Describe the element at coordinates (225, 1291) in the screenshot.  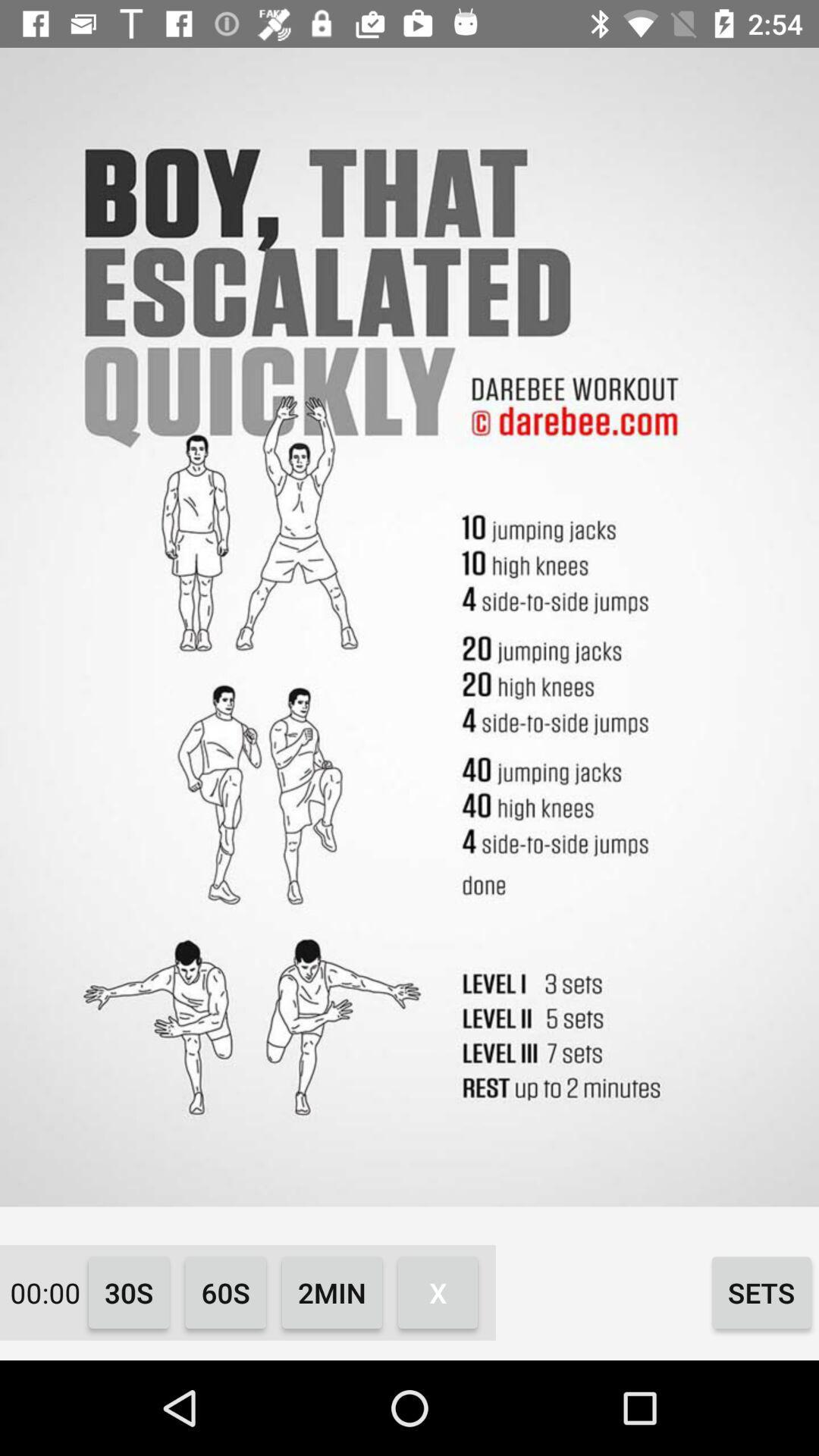
I see `the icon to the right of the 30s item` at that location.